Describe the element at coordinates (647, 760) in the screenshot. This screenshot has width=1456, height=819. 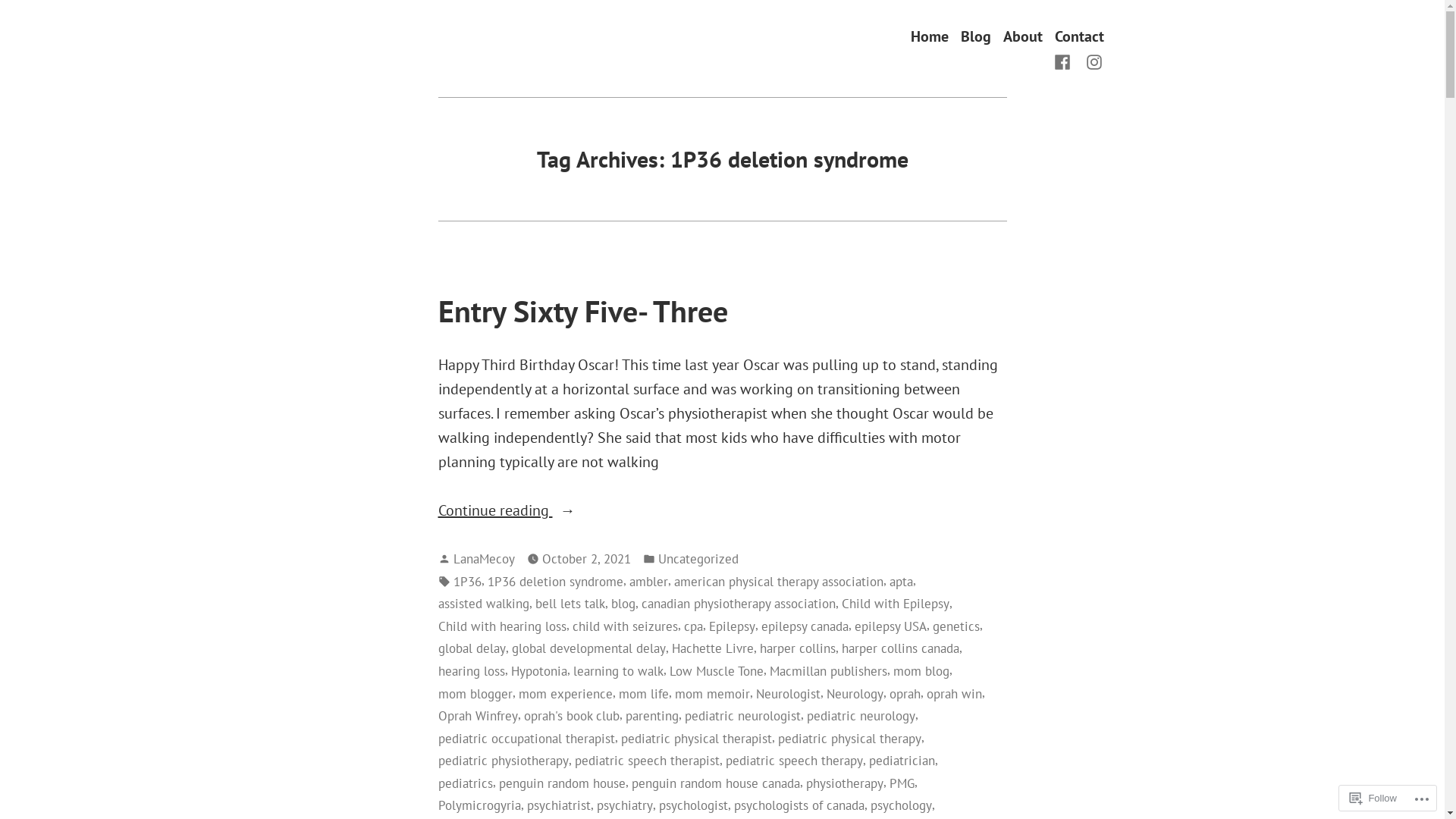
I see `'pediatric speech therapist'` at that location.